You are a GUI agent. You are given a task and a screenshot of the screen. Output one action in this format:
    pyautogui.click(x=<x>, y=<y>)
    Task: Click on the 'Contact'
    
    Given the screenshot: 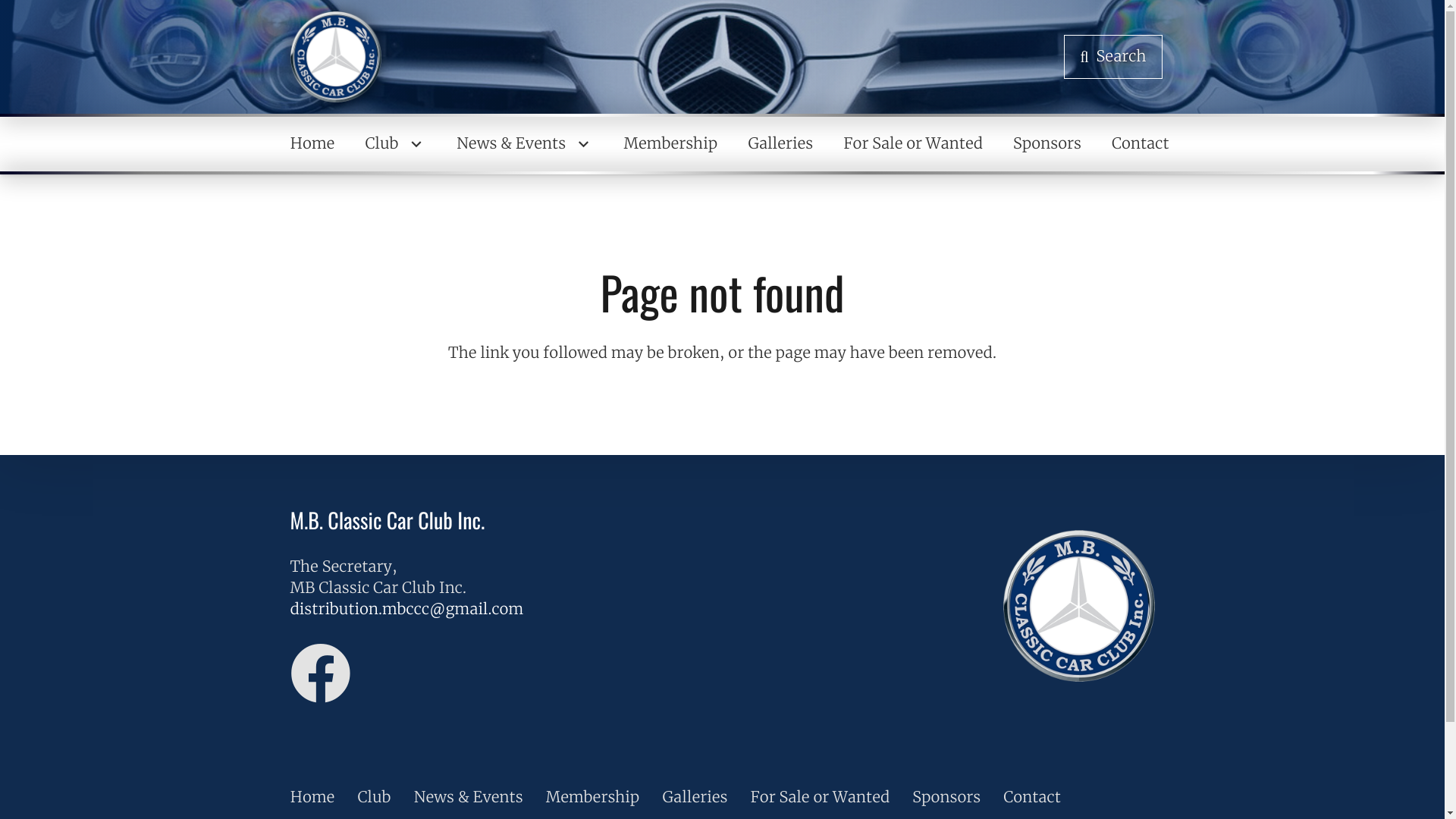 What is the action you would take?
    pyautogui.click(x=1096, y=143)
    